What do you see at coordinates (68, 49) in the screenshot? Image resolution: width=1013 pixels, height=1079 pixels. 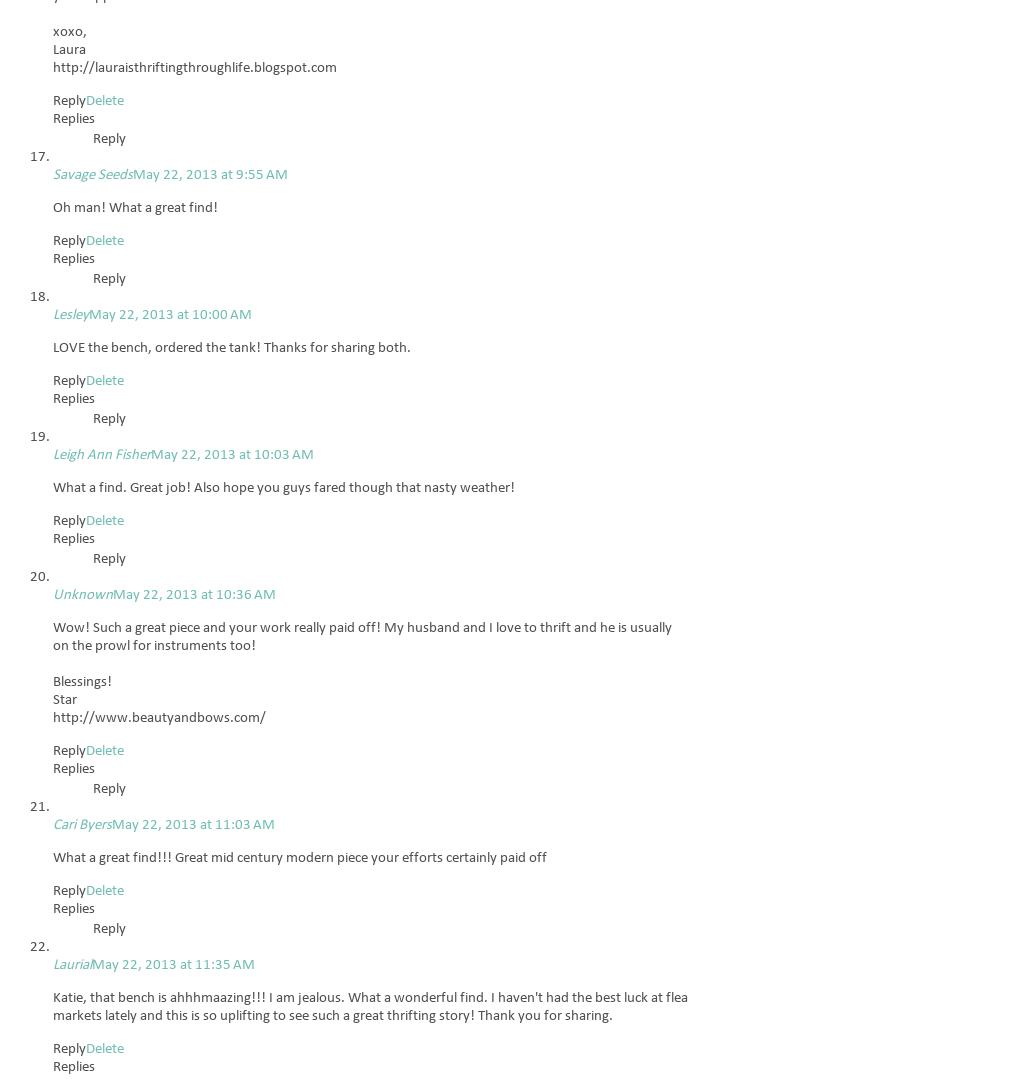 I see `'Laura'` at bounding box center [68, 49].